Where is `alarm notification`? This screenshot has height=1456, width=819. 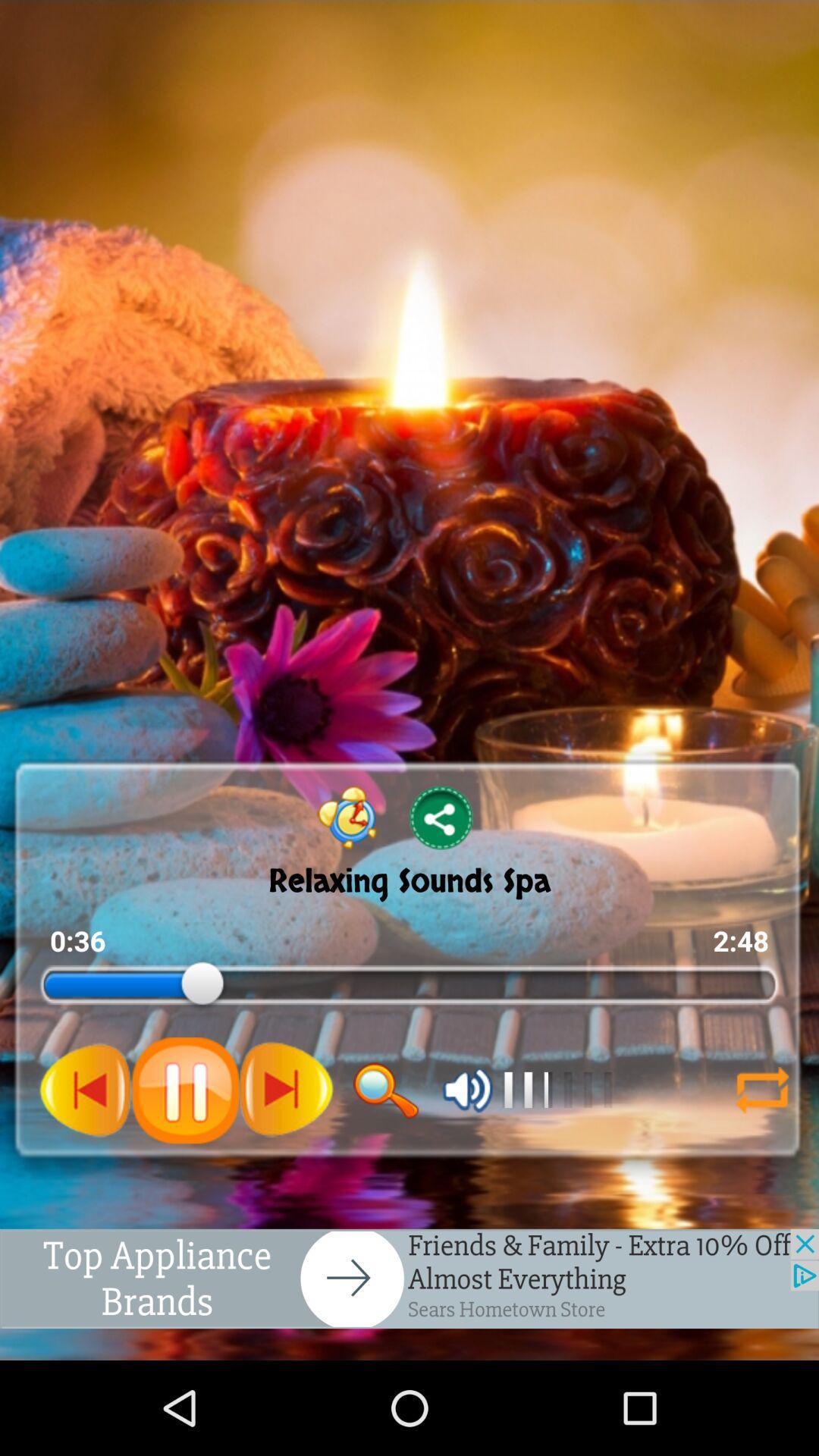 alarm notification is located at coordinates (347, 817).